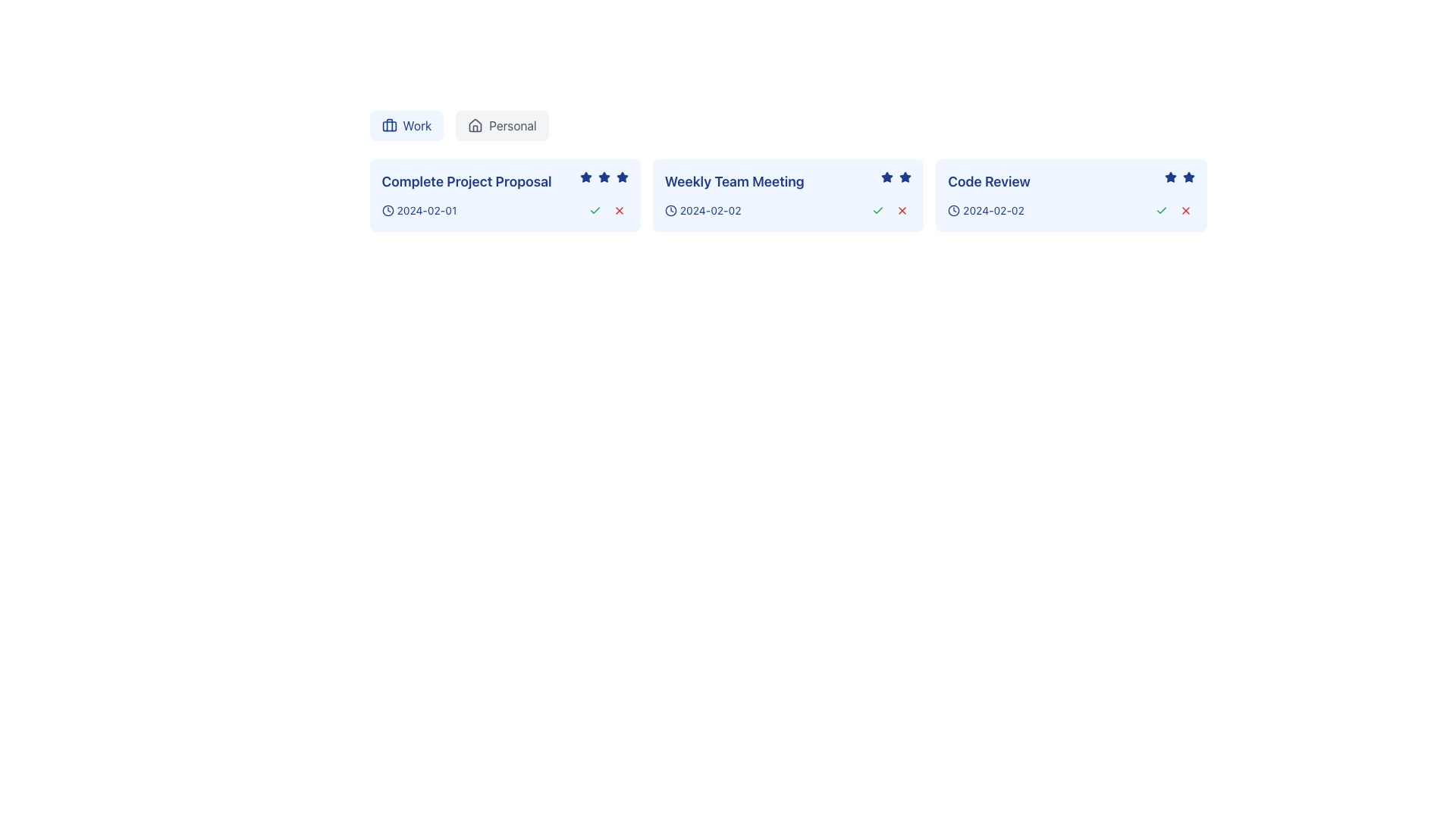 This screenshot has height=819, width=1456. I want to click on the small red cross icon button located in the 'Complete Project Proposal' card, so click(619, 210).